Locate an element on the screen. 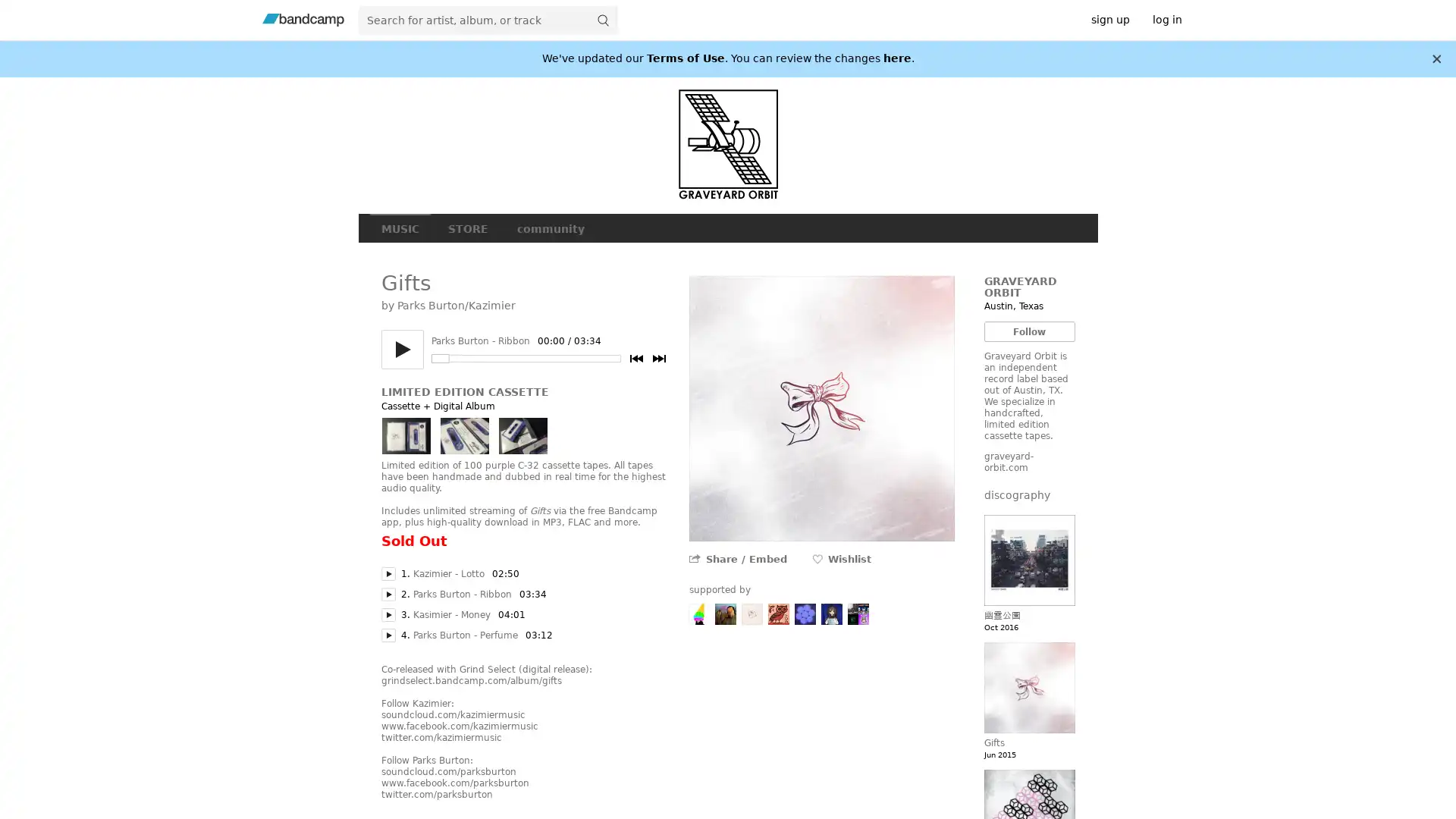 The width and height of the screenshot is (1456, 819). Share / Embed is located at coordinates (745, 559).